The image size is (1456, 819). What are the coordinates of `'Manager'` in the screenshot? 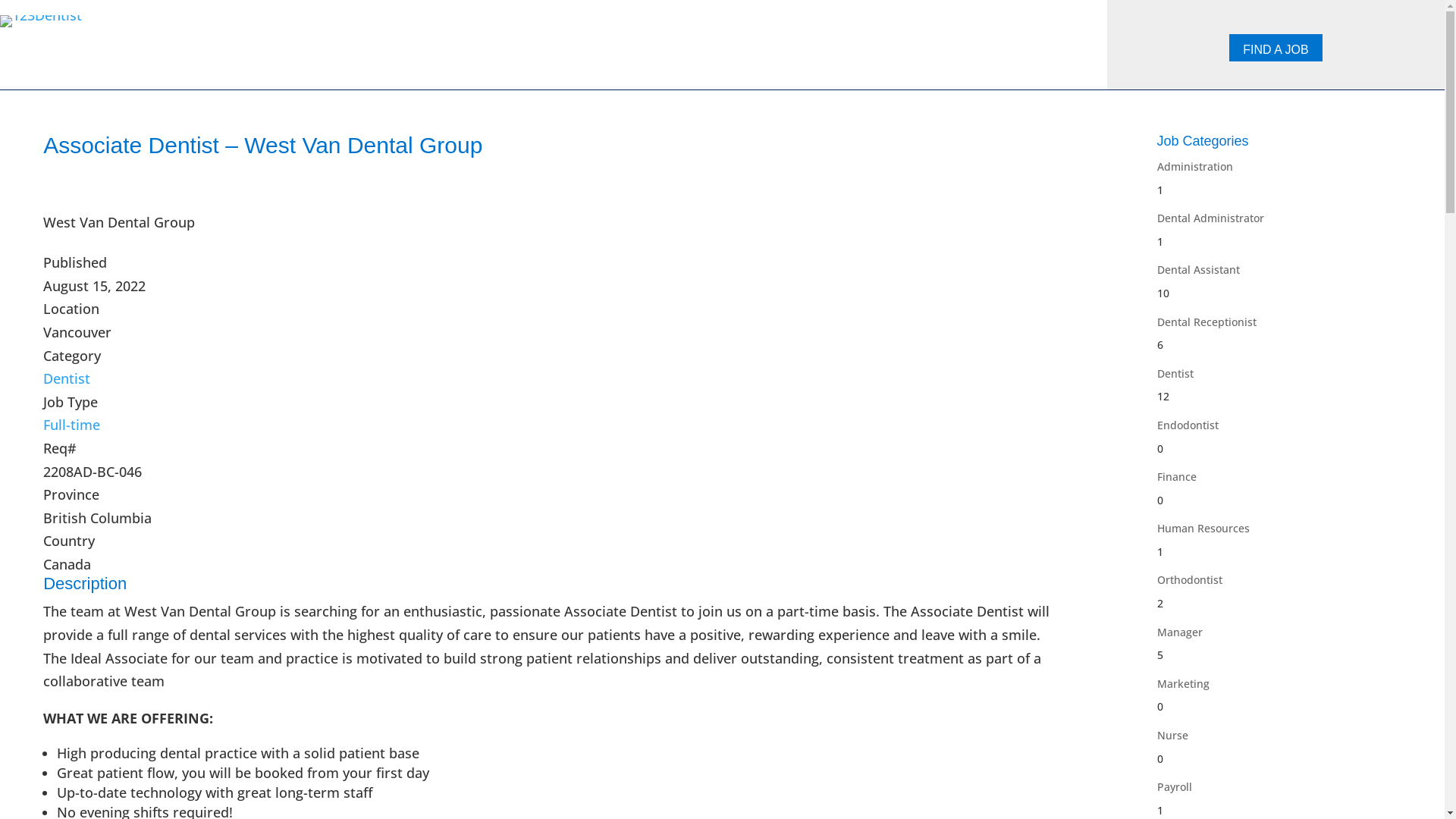 It's located at (1178, 632).